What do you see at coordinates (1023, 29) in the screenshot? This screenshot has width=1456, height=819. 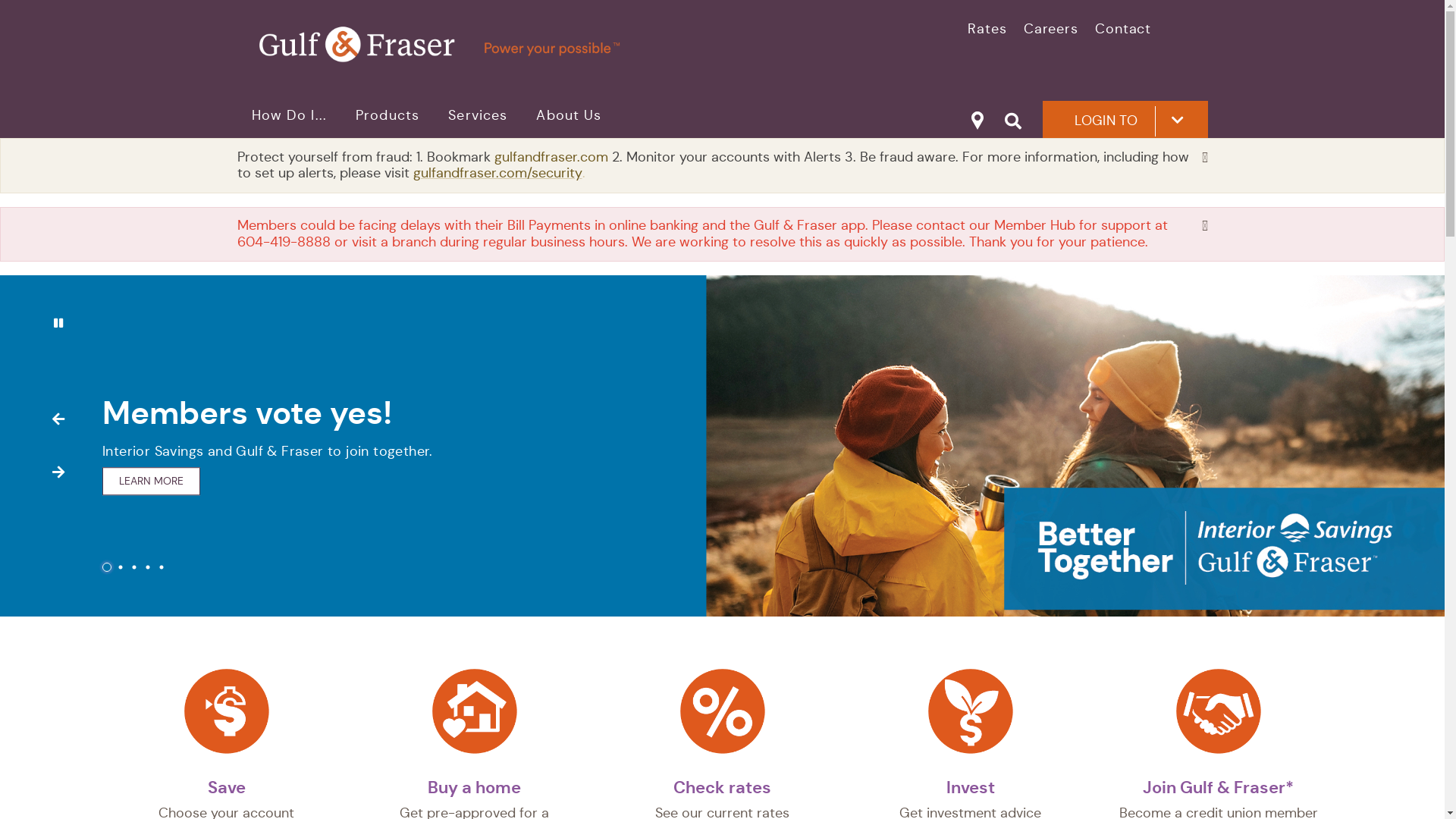 I see `'Careers'` at bounding box center [1023, 29].